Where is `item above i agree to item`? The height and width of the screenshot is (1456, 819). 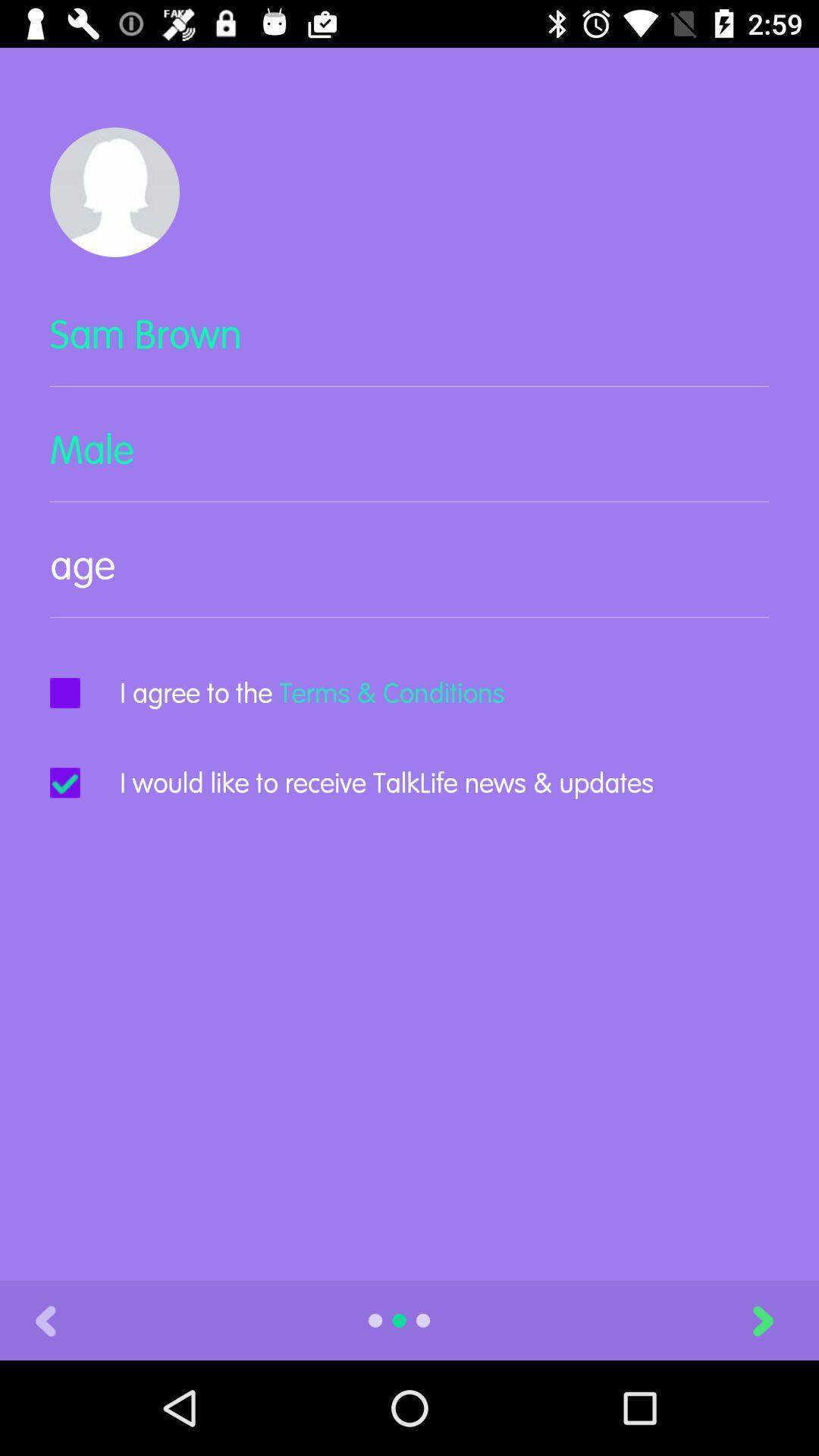 item above i agree to item is located at coordinates (409, 577).